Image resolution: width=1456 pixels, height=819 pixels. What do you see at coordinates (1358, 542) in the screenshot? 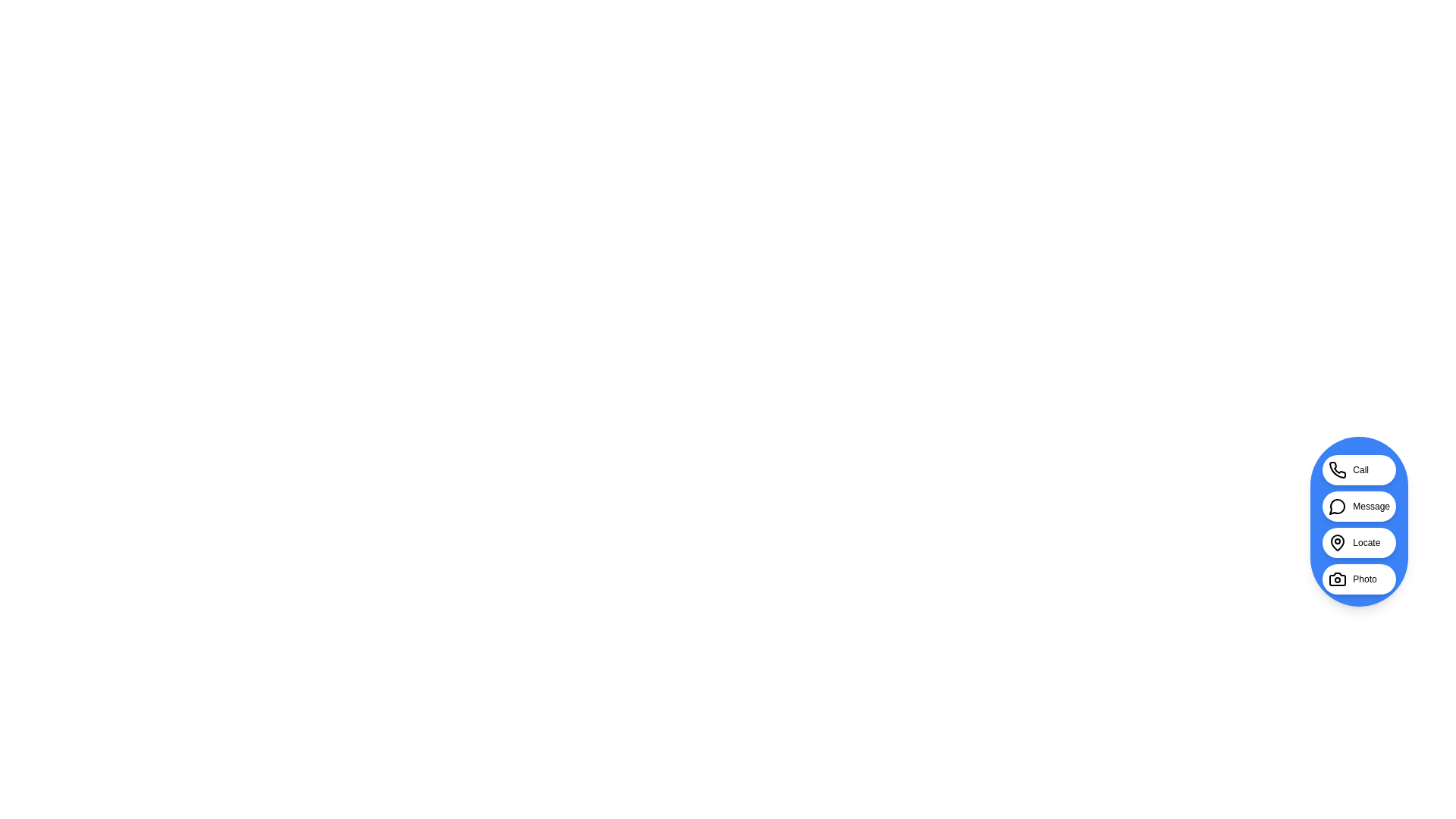
I see `the 'Locate' button in the speed dial` at bounding box center [1358, 542].